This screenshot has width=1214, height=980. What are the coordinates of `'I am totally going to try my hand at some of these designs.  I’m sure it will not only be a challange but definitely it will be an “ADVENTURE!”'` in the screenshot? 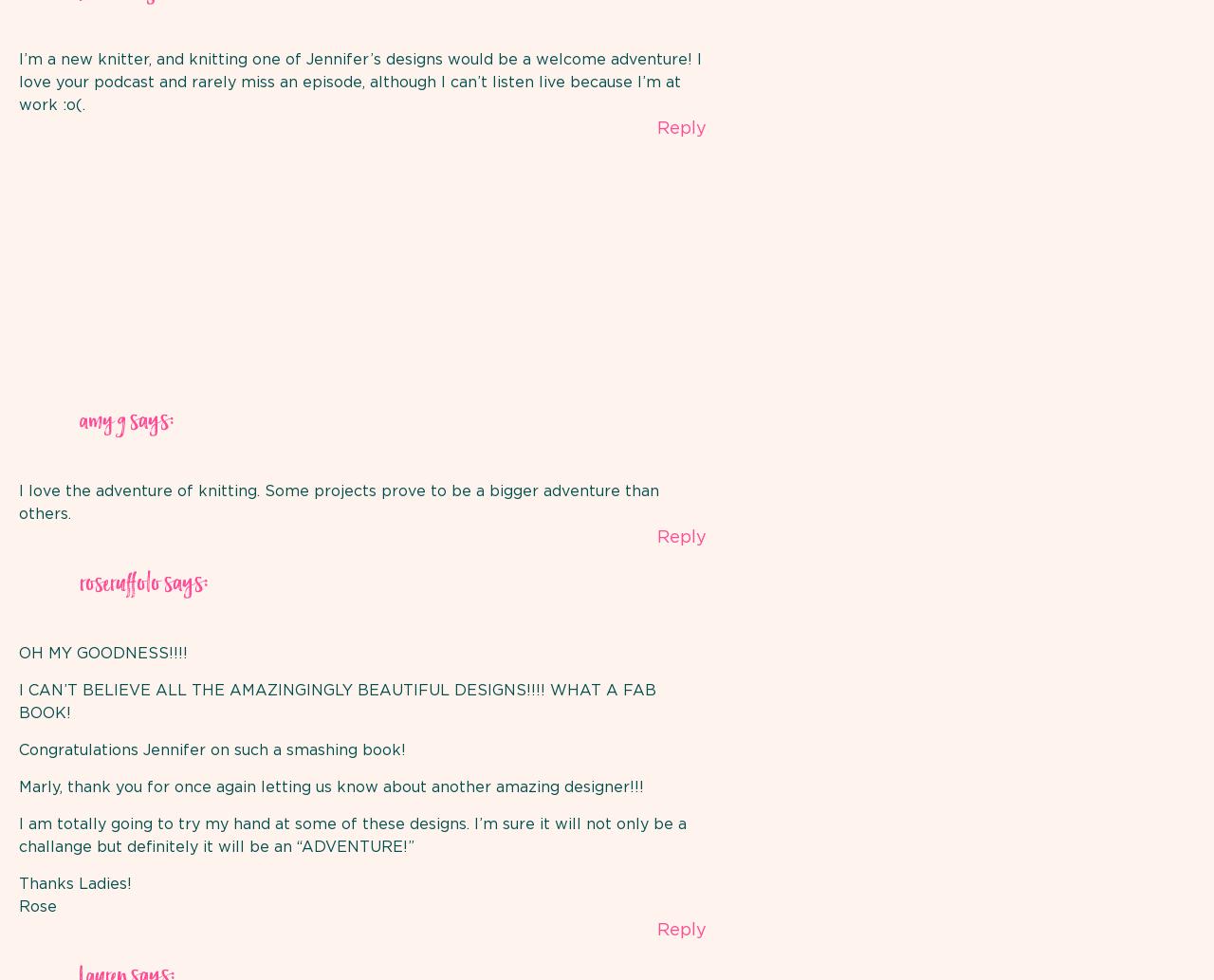 It's located at (18, 835).